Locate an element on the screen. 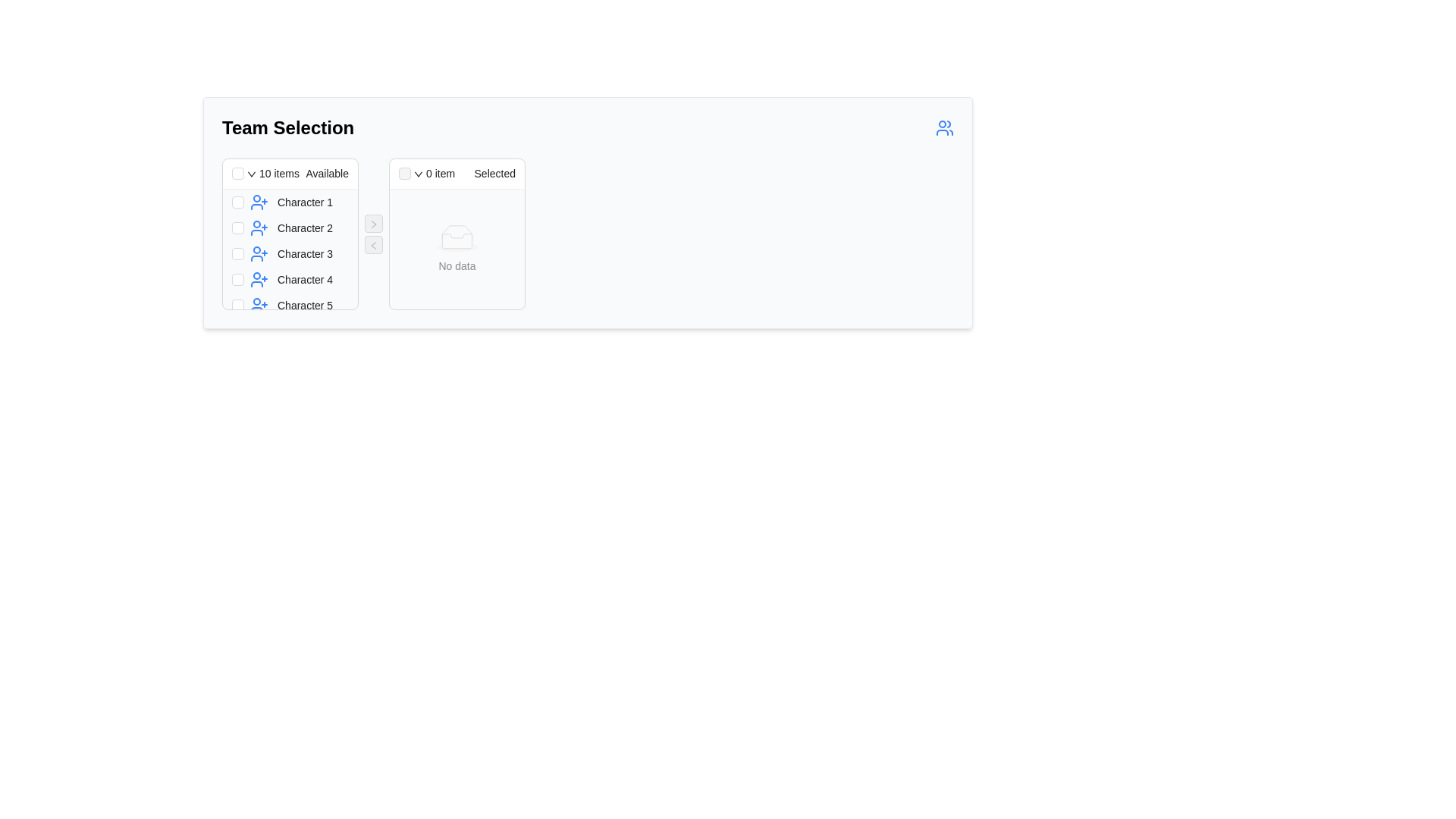  the icon for 'Character 3' located to the left of the text is located at coordinates (259, 253).